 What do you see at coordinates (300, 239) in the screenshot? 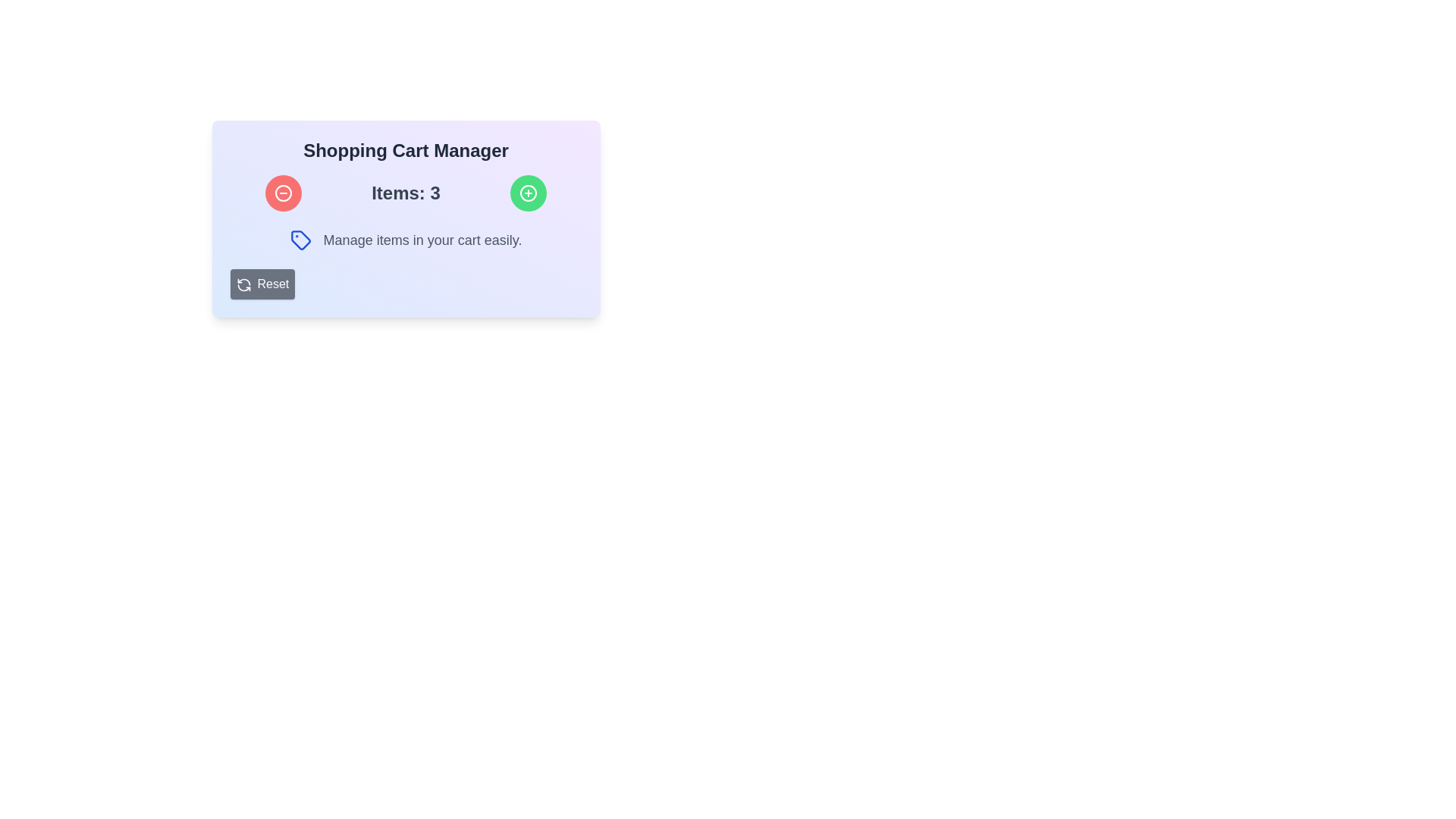
I see `the blue tag icon located to the left of the text 'Manage items in your cart easily.'` at bounding box center [300, 239].